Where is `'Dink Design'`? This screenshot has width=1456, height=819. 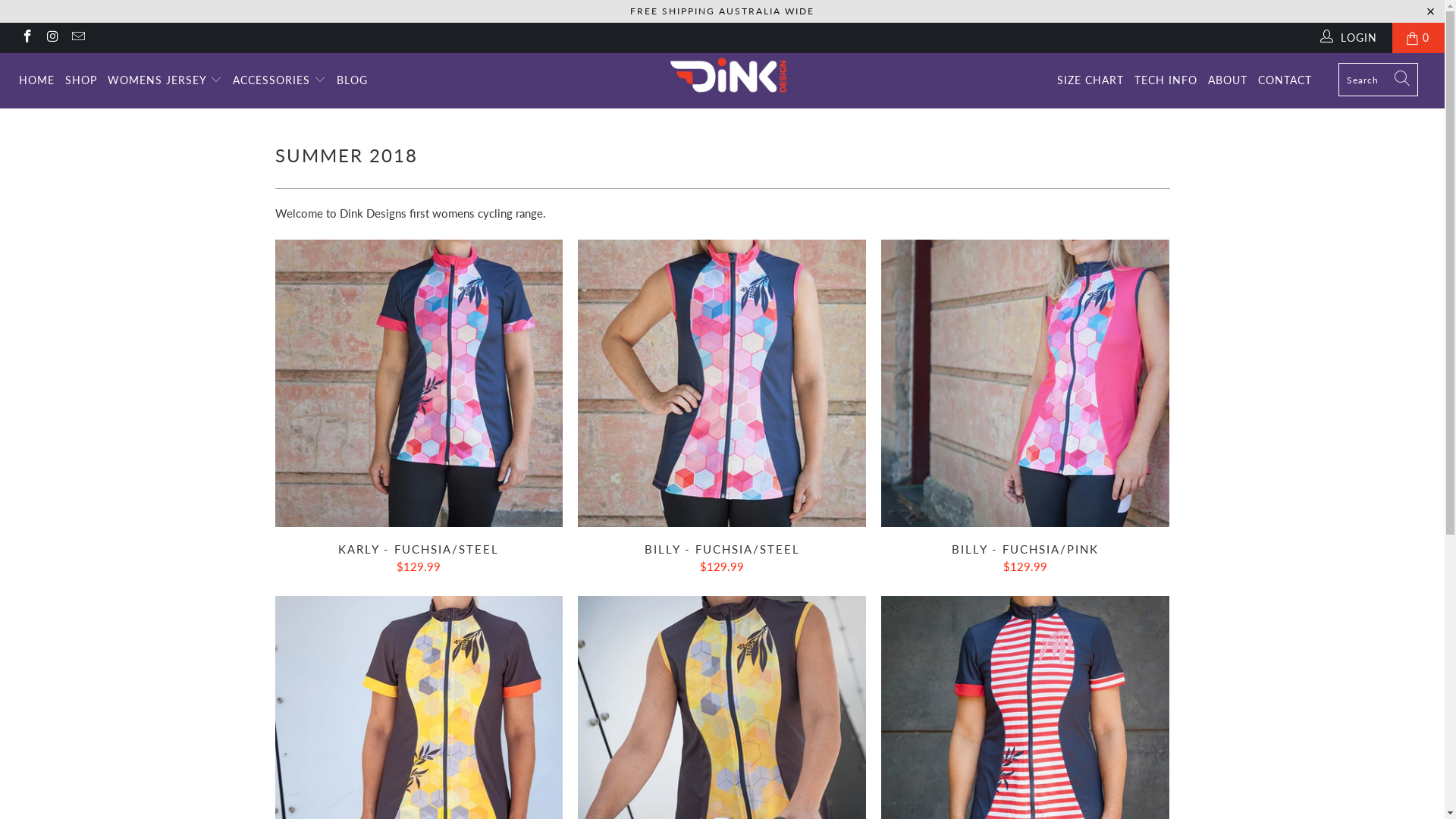 'Dink Design' is located at coordinates (730, 75).